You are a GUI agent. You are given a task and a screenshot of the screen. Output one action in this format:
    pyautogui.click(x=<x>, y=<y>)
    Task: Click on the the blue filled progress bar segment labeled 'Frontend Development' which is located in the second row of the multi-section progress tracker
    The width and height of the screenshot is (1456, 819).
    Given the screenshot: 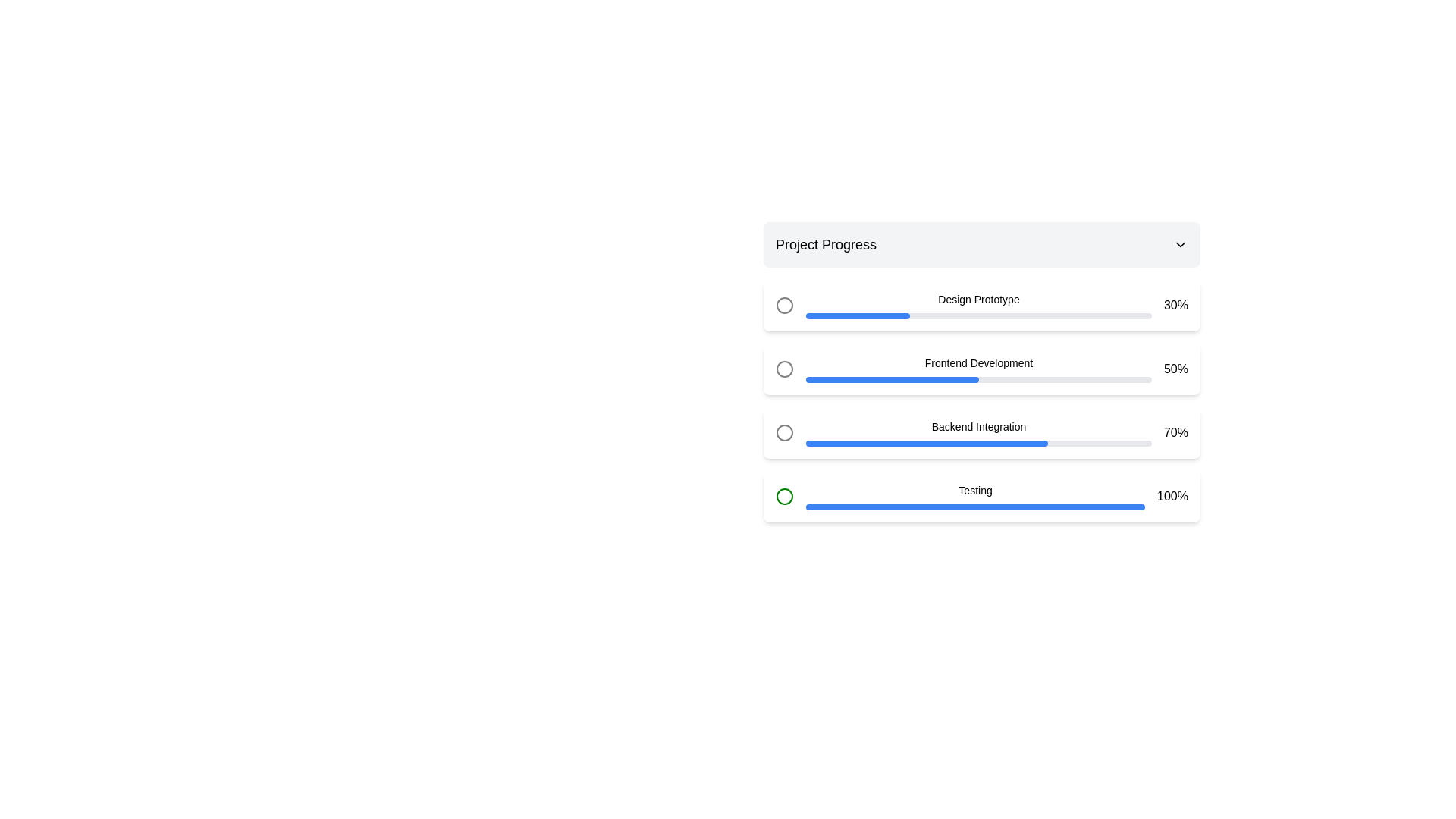 What is the action you would take?
    pyautogui.click(x=892, y=379)
    